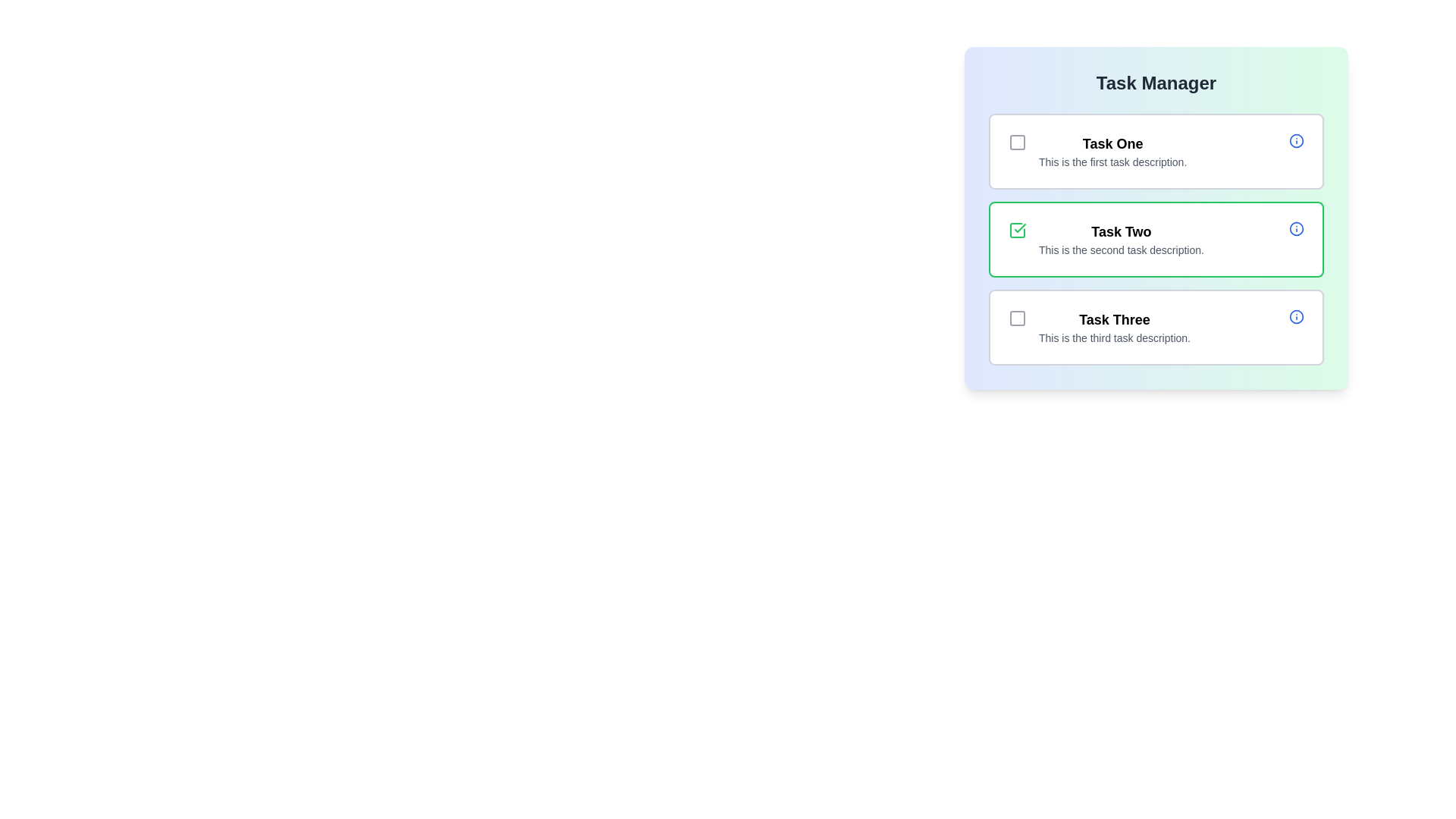  What do you see at coordinates (1018, 231) in the screenshot?
I see `the green checkmark icon in the checkbox located in the 'Task Two' section of the 'Task Manager'` at bounding box center [1018, 231].